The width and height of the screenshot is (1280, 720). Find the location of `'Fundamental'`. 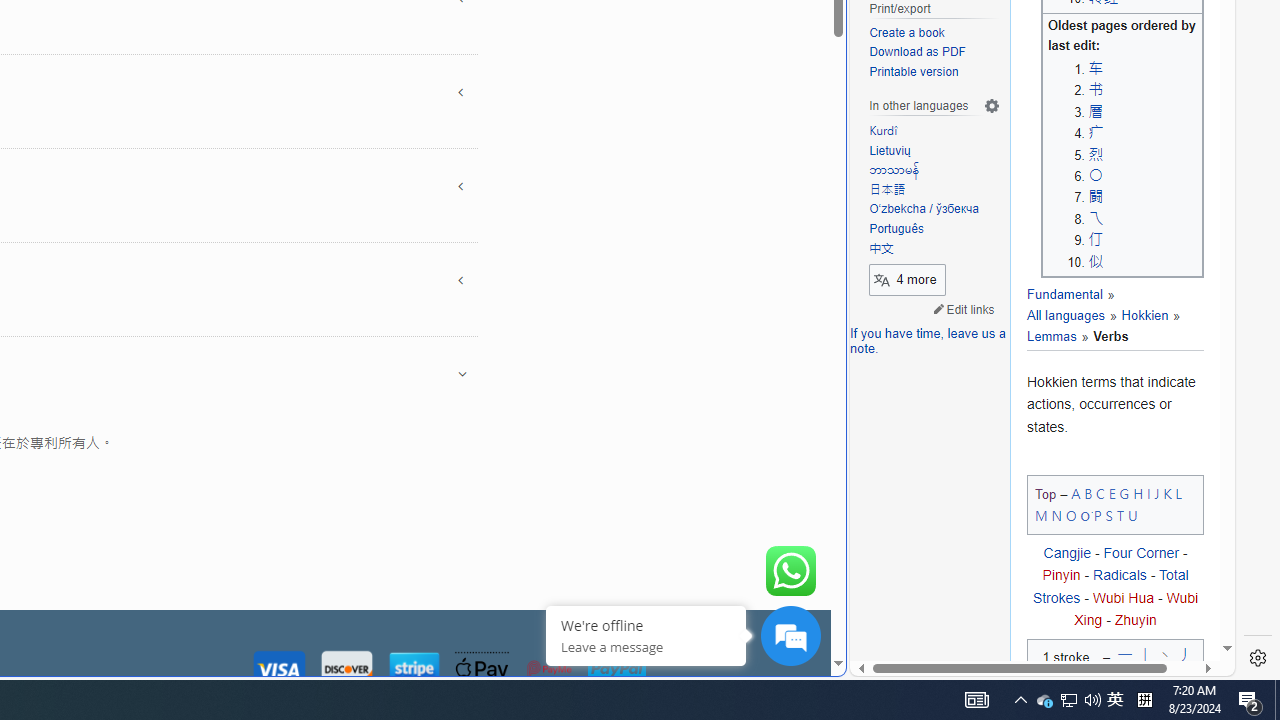

'Fundamental' is located at coordinates (1063, 295).